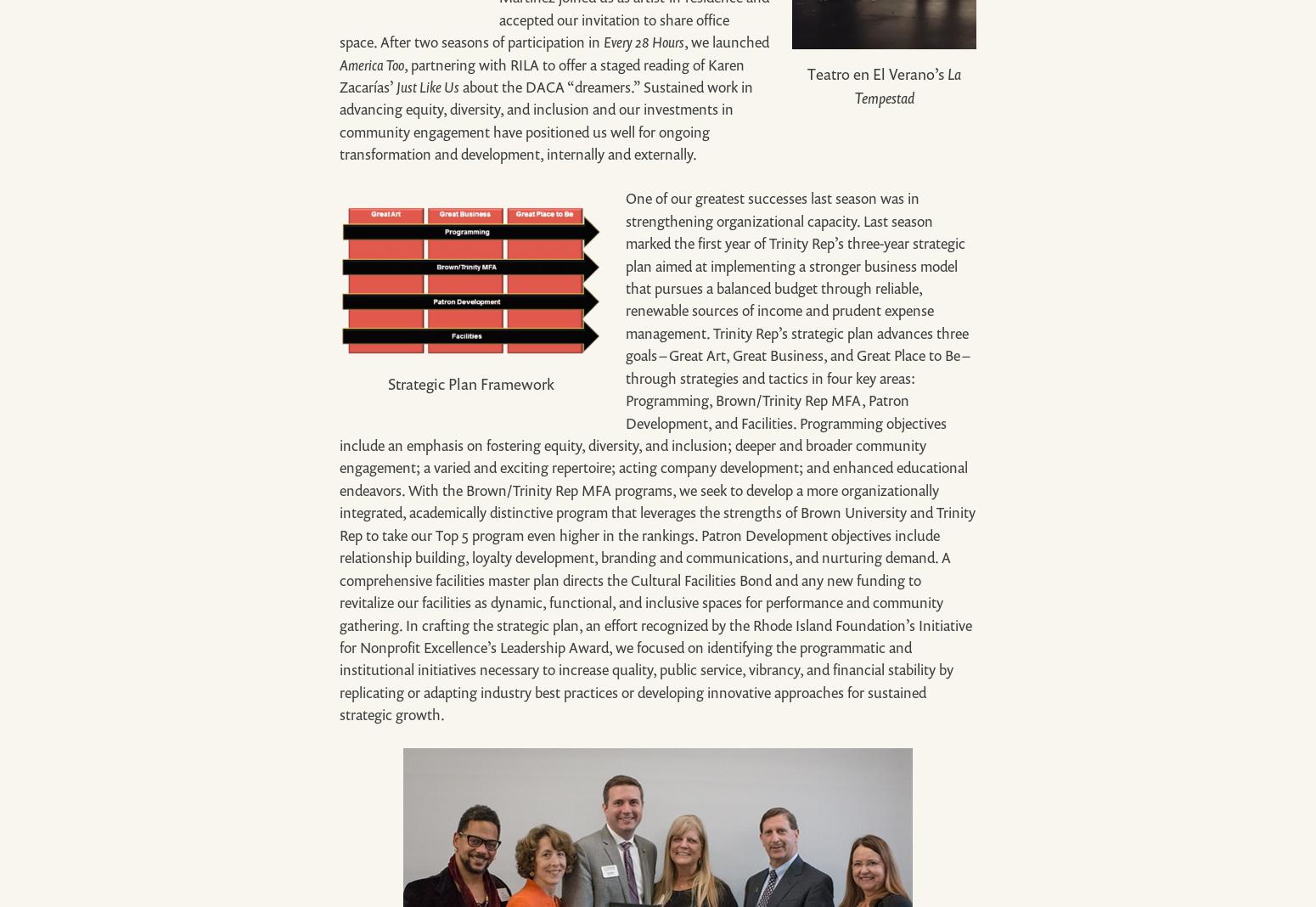 The height and width of the screenshot is (907, 1316). I want to click on 'Teatro en El Verano’s', so click(806, 73).